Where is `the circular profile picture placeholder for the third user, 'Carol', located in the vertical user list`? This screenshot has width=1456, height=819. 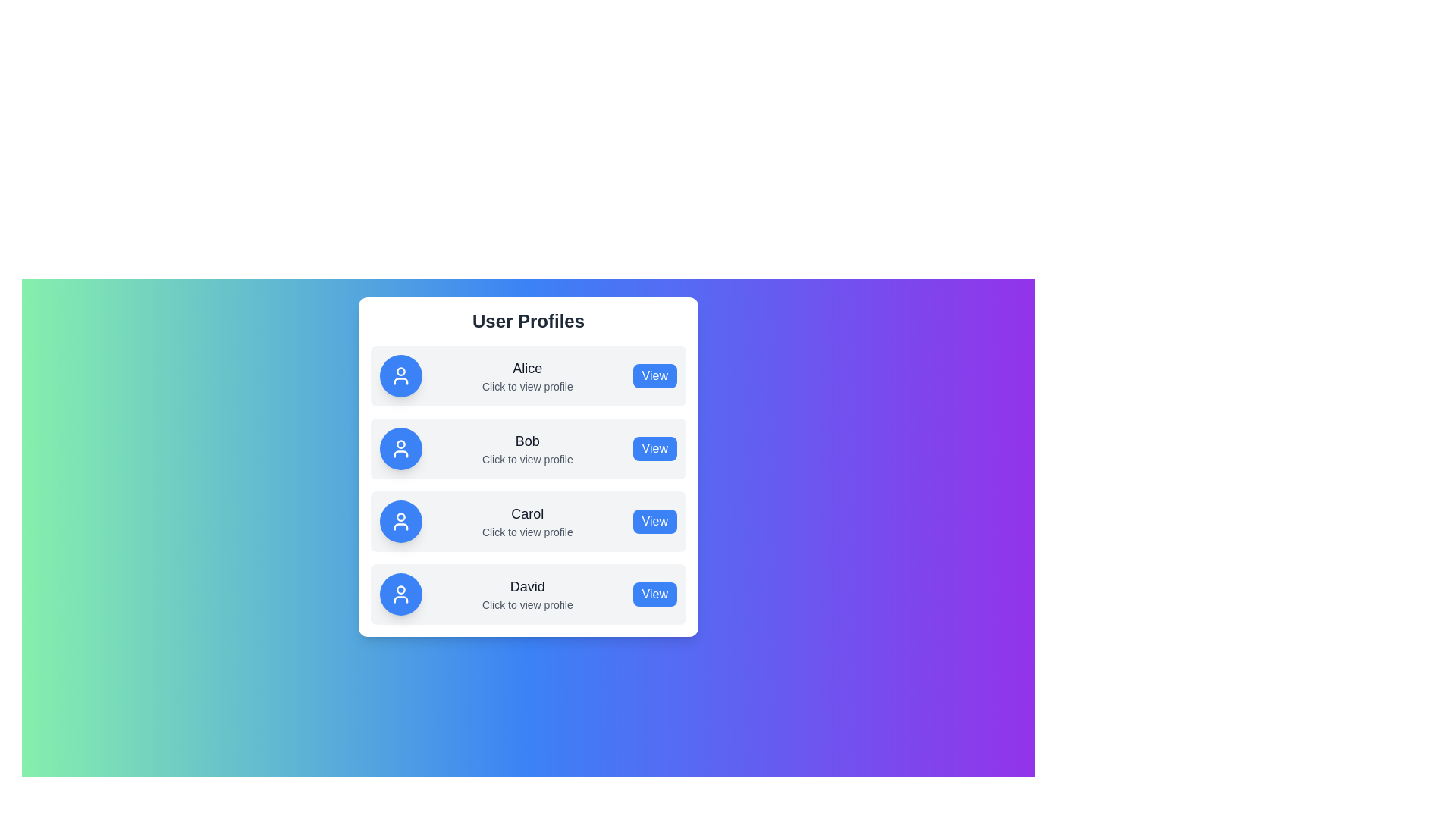
the circular profile picture placeholder for the third user, 'Carol', located in the vertical user list is located at coordinates (400, 516).